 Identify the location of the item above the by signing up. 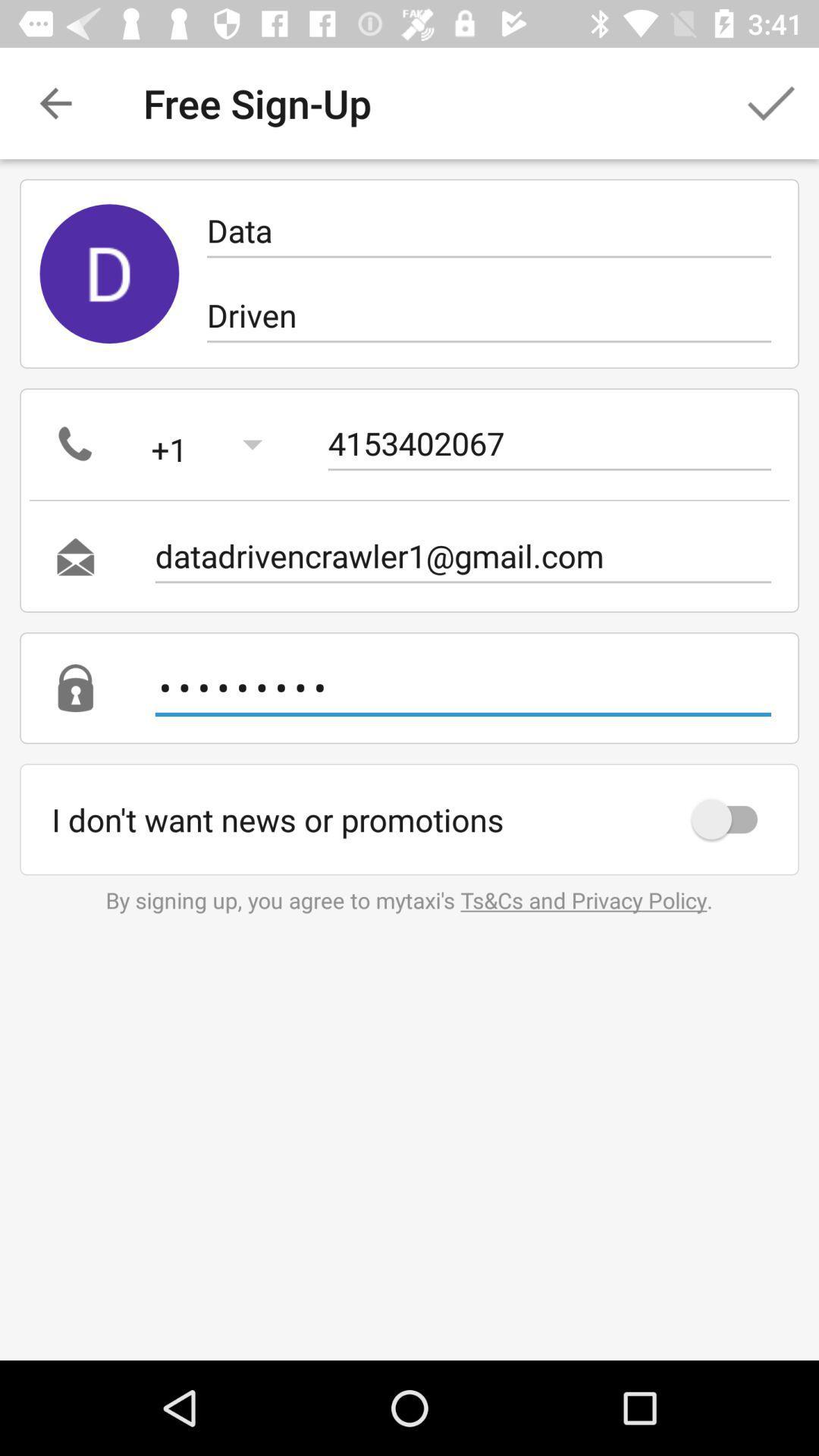
(731, 818).